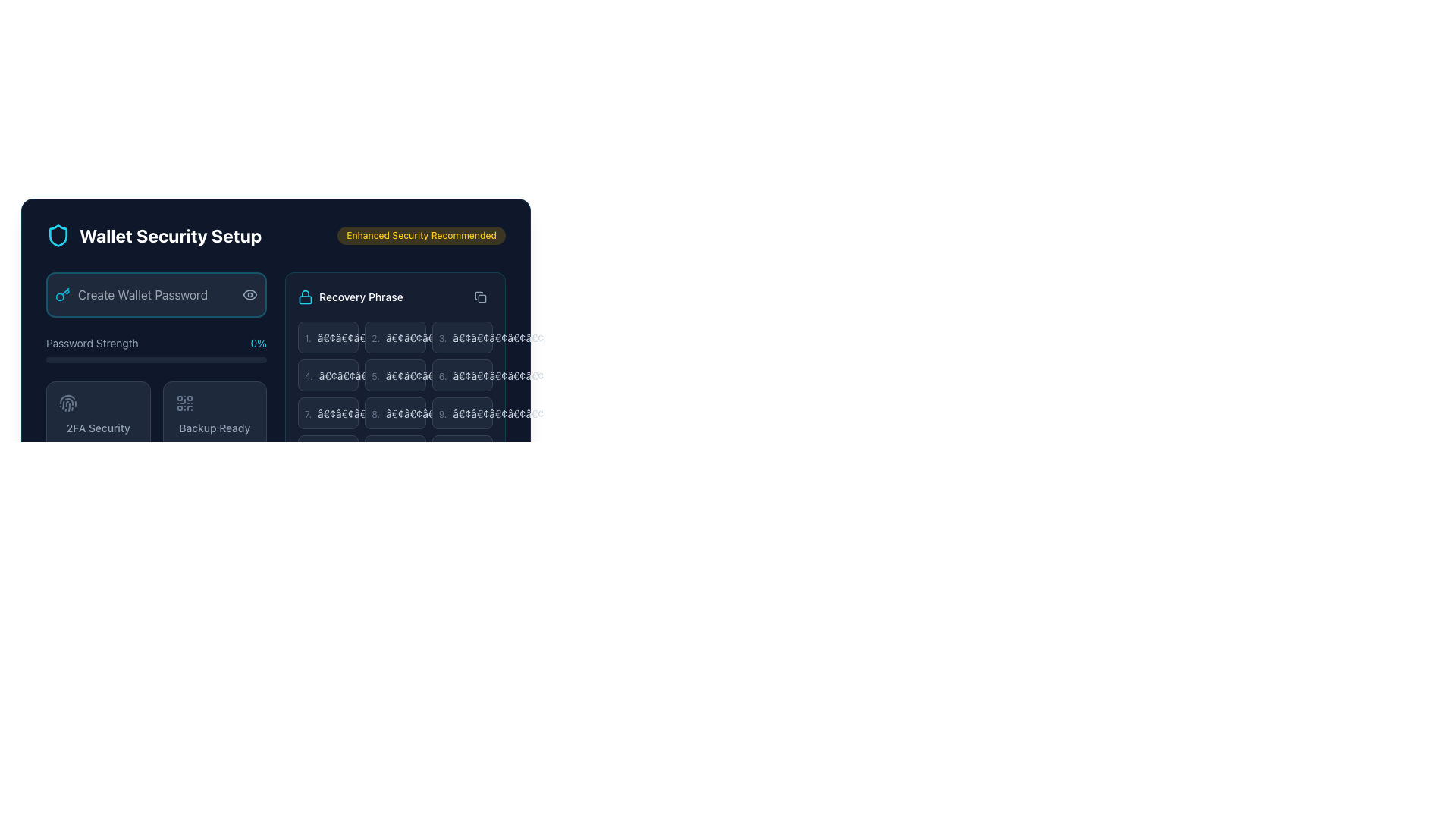  Describe the element at coordinates (479, 297) in the screenshot. I see `the icon button located in the upper-right area of the 'Recovery Phrase' section, which represents a copy action` at that location.